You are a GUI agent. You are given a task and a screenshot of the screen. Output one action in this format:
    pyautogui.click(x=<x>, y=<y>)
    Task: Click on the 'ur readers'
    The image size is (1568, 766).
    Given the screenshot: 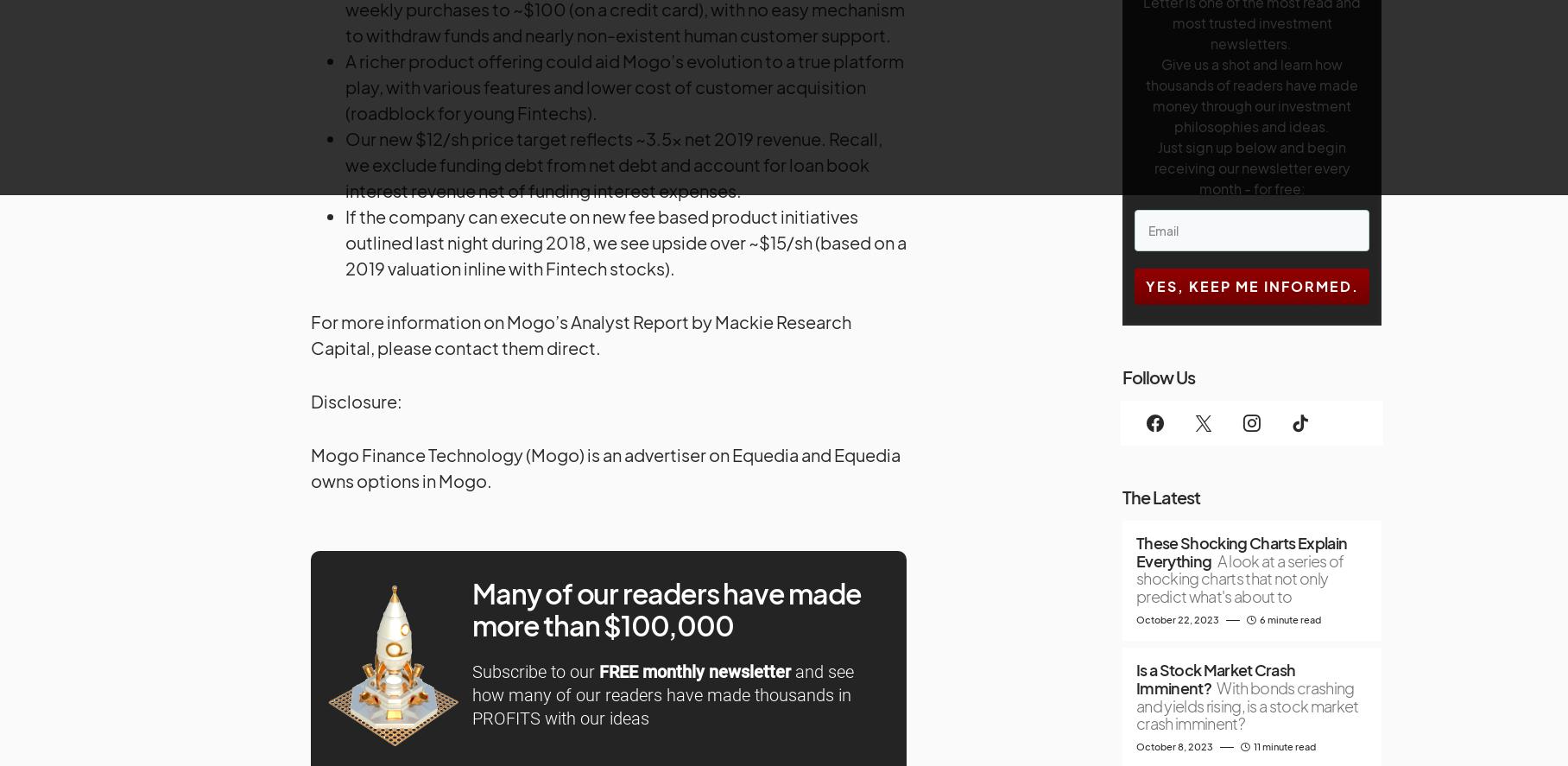 What is the action you would take?
    pyautogui.click(x=654, y=592)
    